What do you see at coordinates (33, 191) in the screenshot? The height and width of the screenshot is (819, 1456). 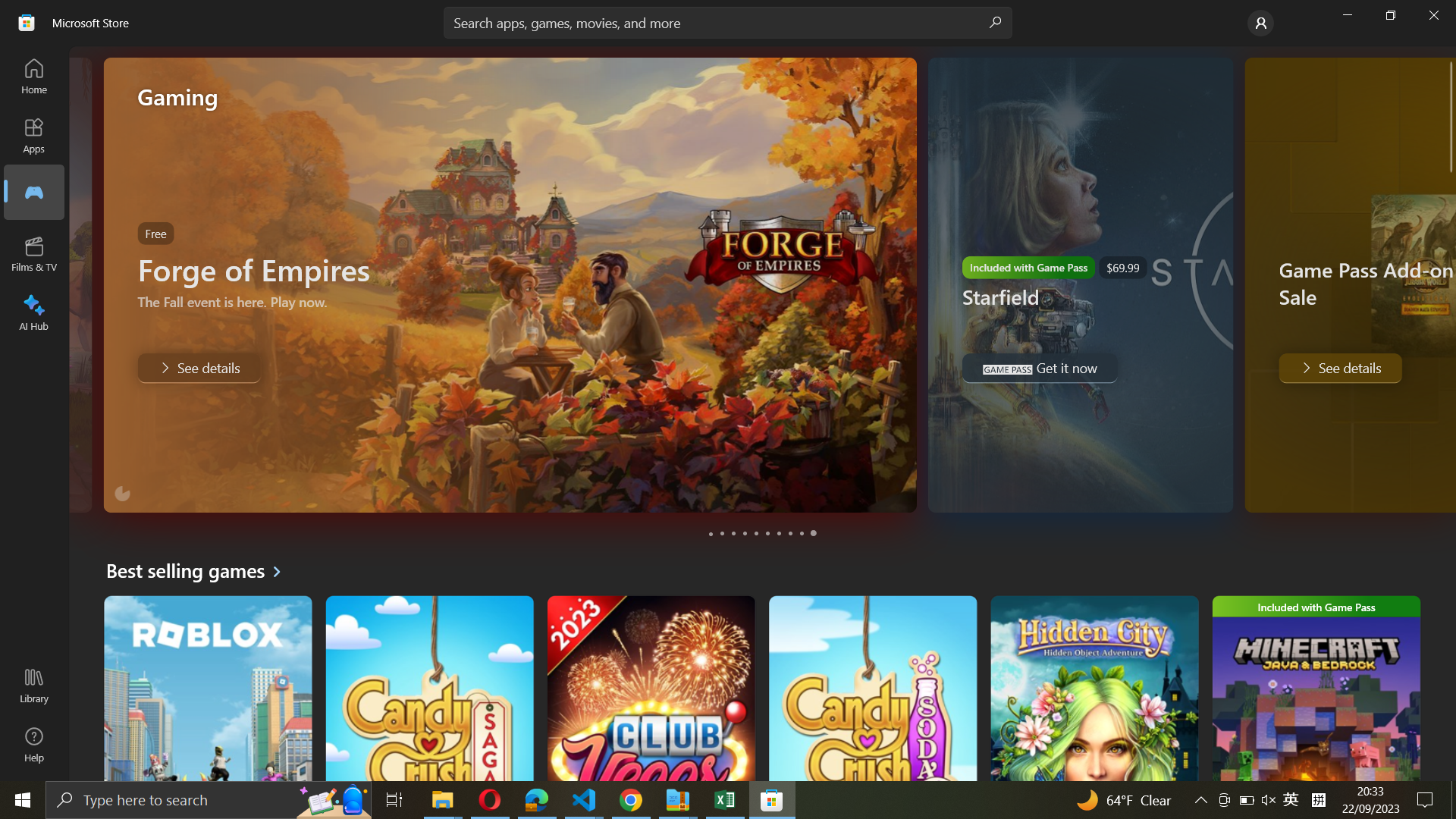 I see `the Games area` at bounding box center [33, 191].